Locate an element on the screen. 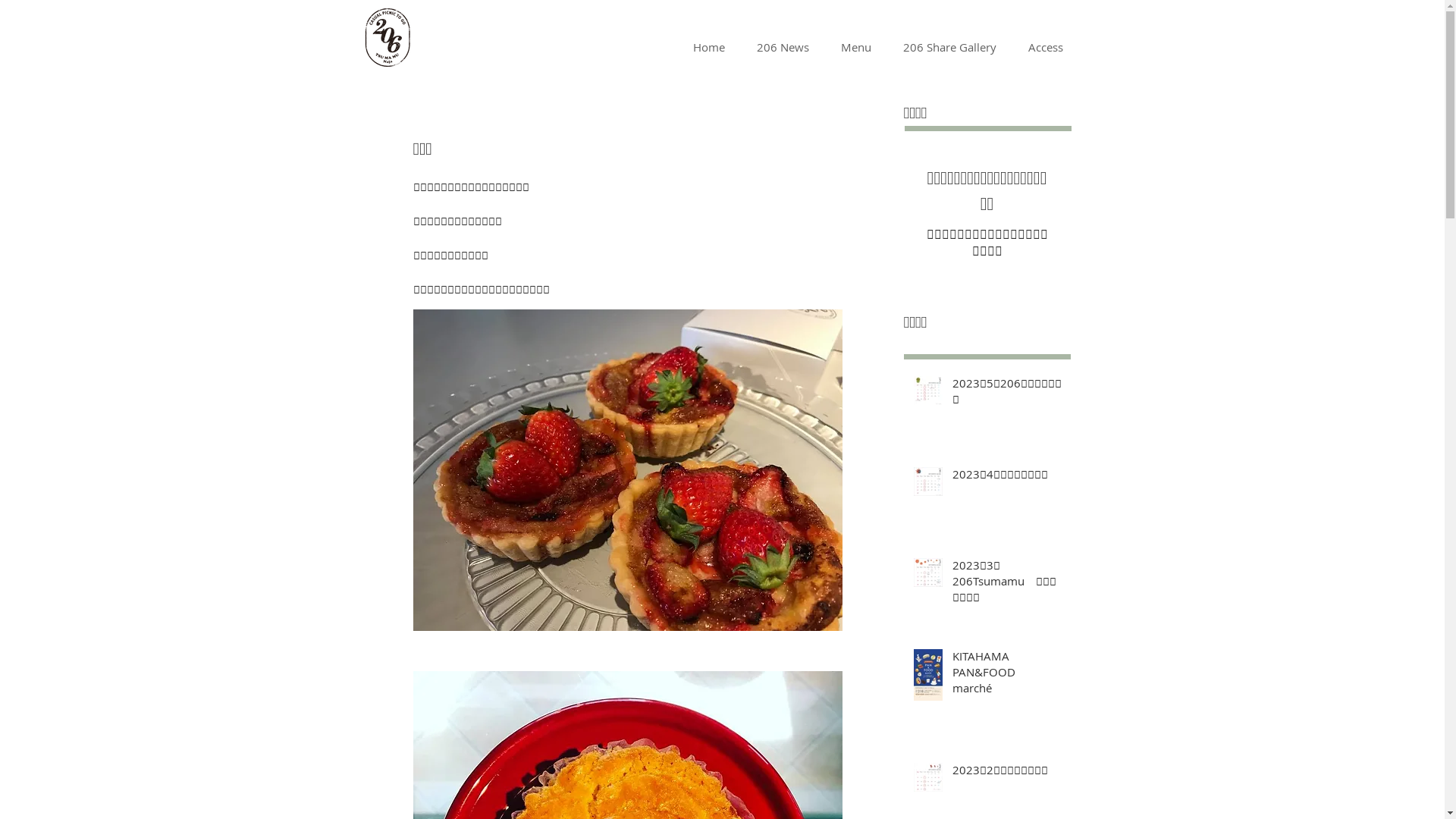  'Home' is located at coordinates (676, 45).